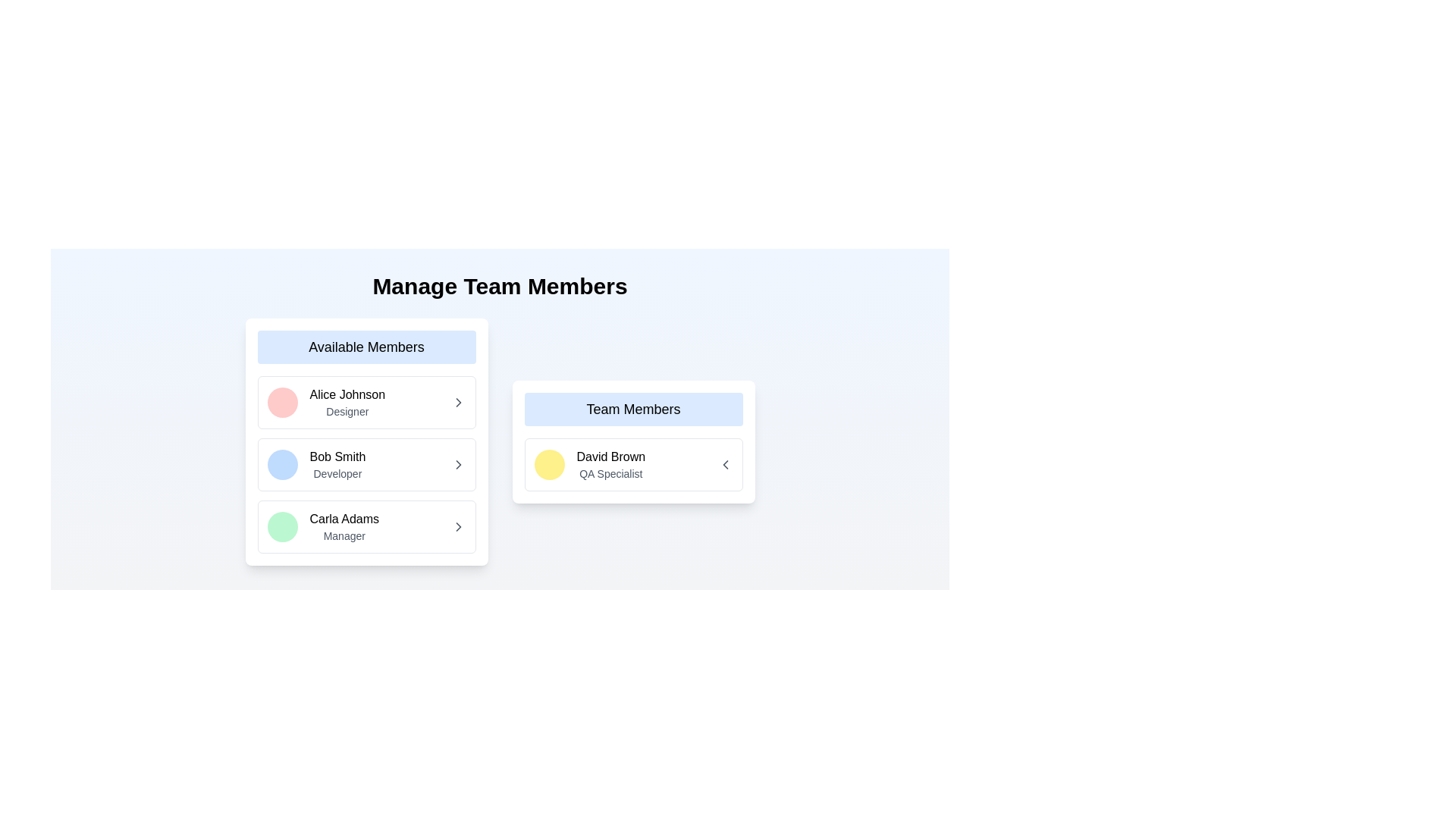  What do you see at coordinates (337, 464) in the screenshot?
I see `the text element that displays the name and role of the second member in the 'Available Members' list, positioned below 'Alice Johnson' and above 'Carla Adams'` at bounding box center [337, 464].